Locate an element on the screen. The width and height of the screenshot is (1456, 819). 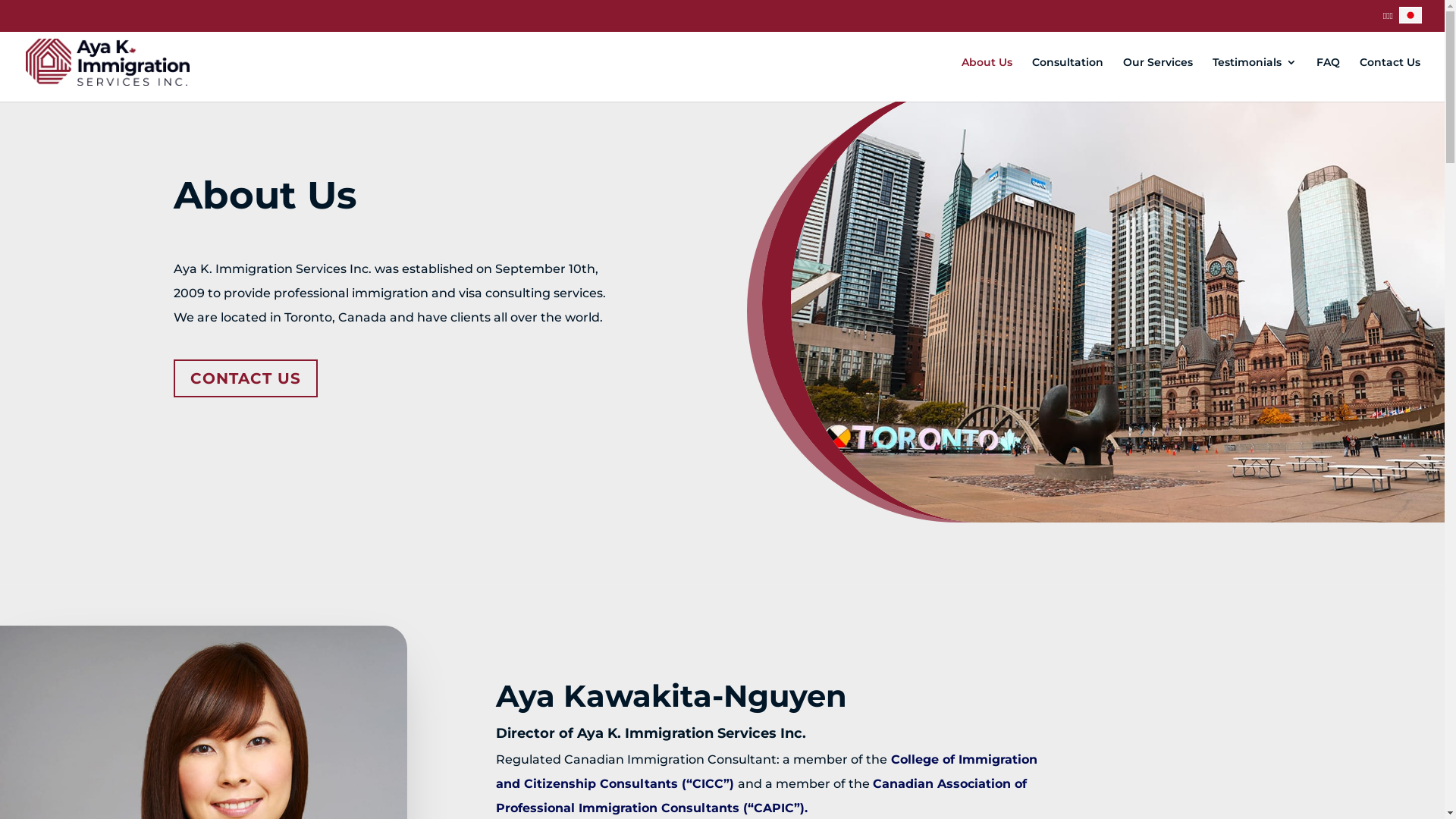
'About Us' is located at coordinates (987, 79).